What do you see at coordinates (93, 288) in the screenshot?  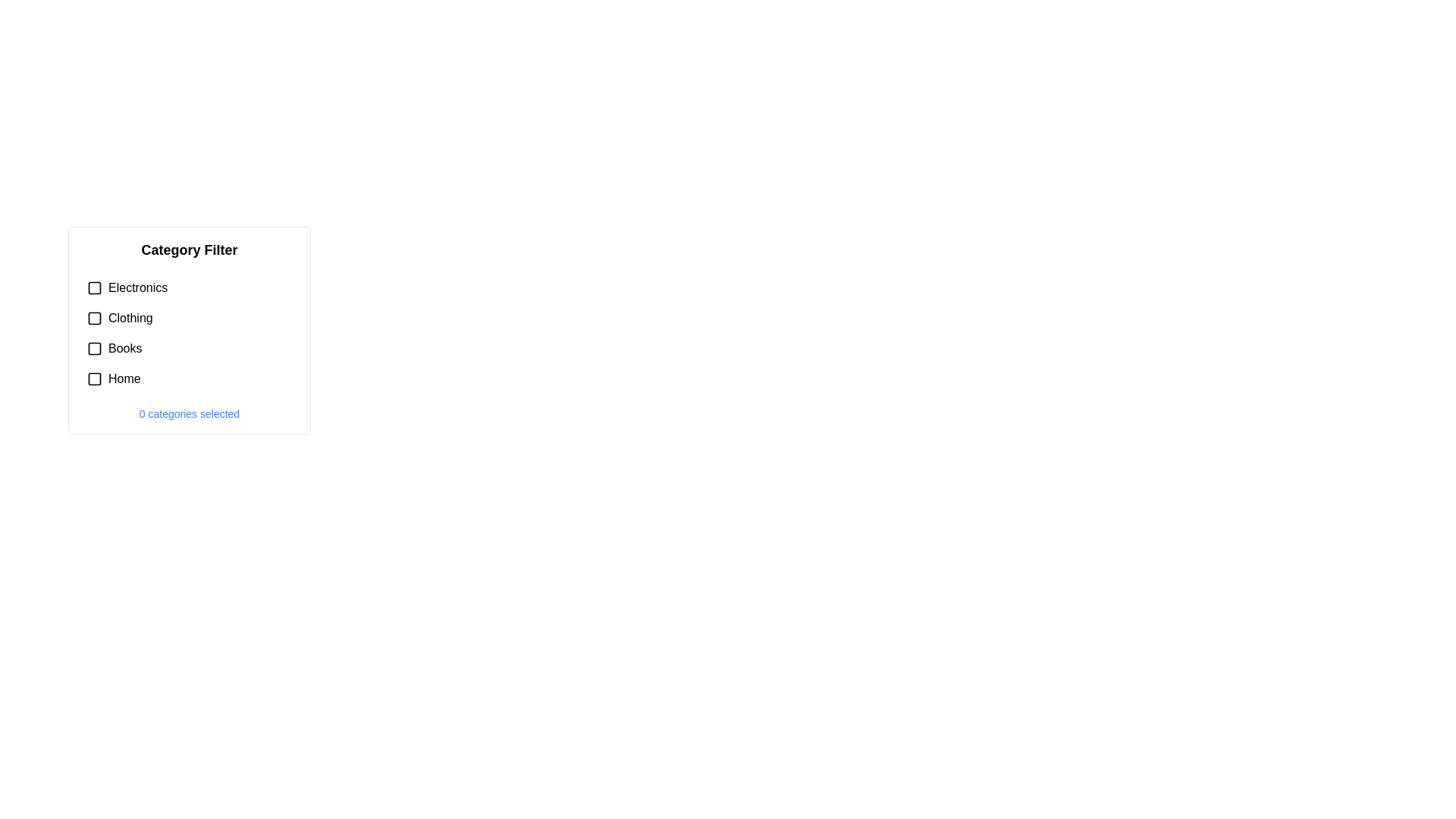 I see `the checkbox for the 'Electronics' category` at bounding box center [93, 288].